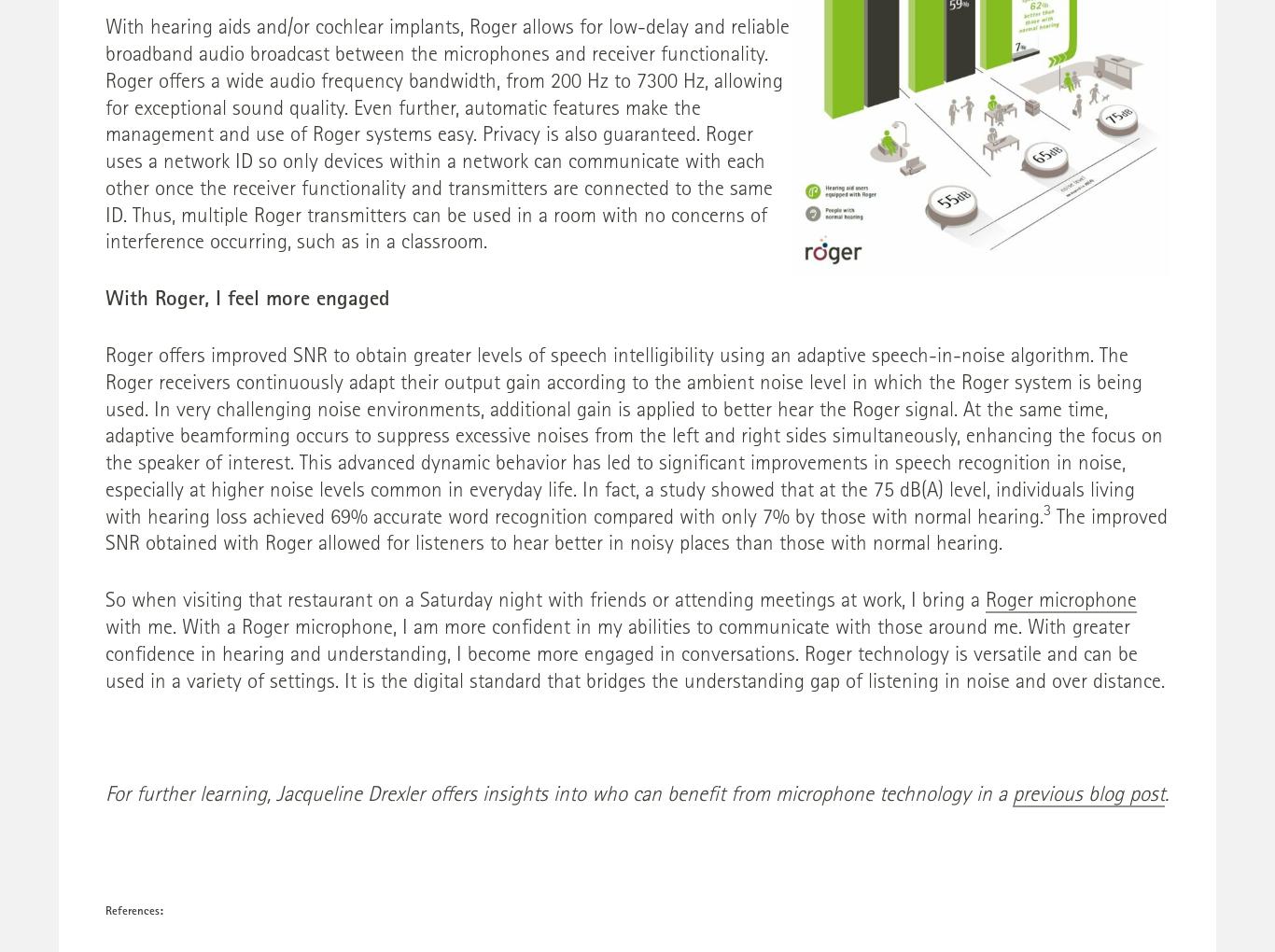 The image size is (1275, 952). What do you see at coordinates (105, 602) in the screenshot?
I see `'So when visiting that restaurant on a Saturday night with friends or attending meetings at work, I bring a'` at bounding box center [105, 602].